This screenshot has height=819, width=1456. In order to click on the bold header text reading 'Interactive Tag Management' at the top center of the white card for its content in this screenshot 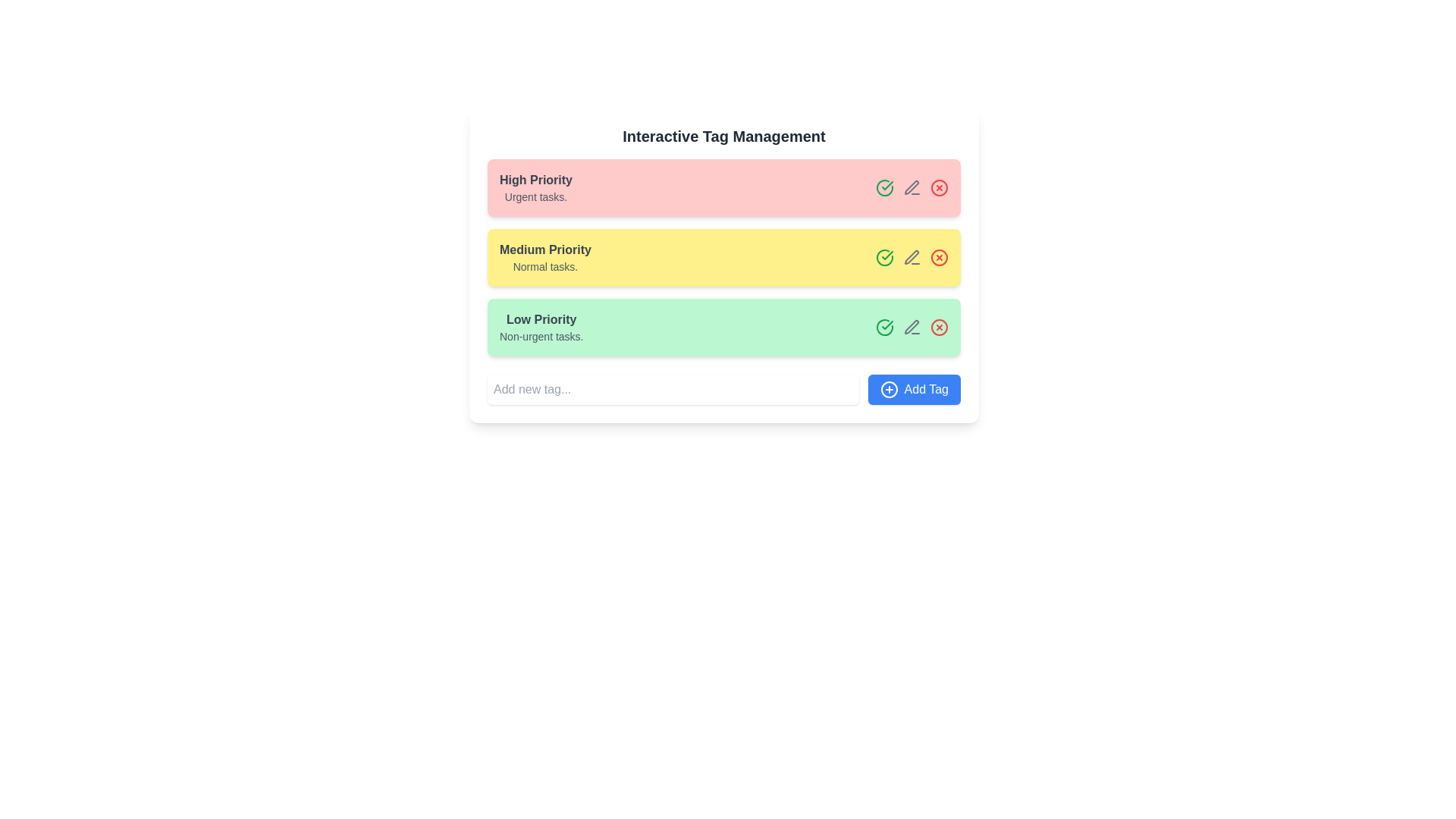, I will do `click(723, 136)`.